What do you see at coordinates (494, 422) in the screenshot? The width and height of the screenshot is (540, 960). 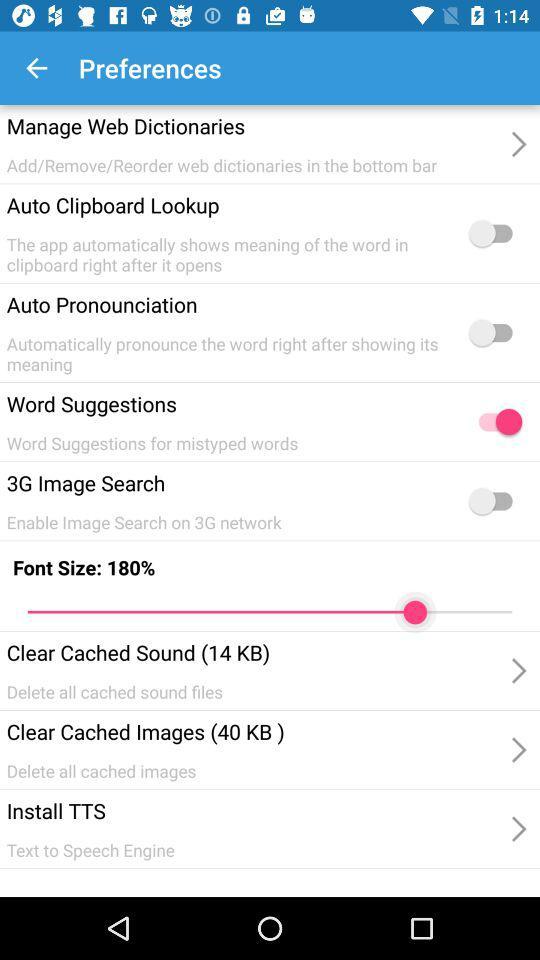 I see `word suggestions on` at bounding box center [494, 422].